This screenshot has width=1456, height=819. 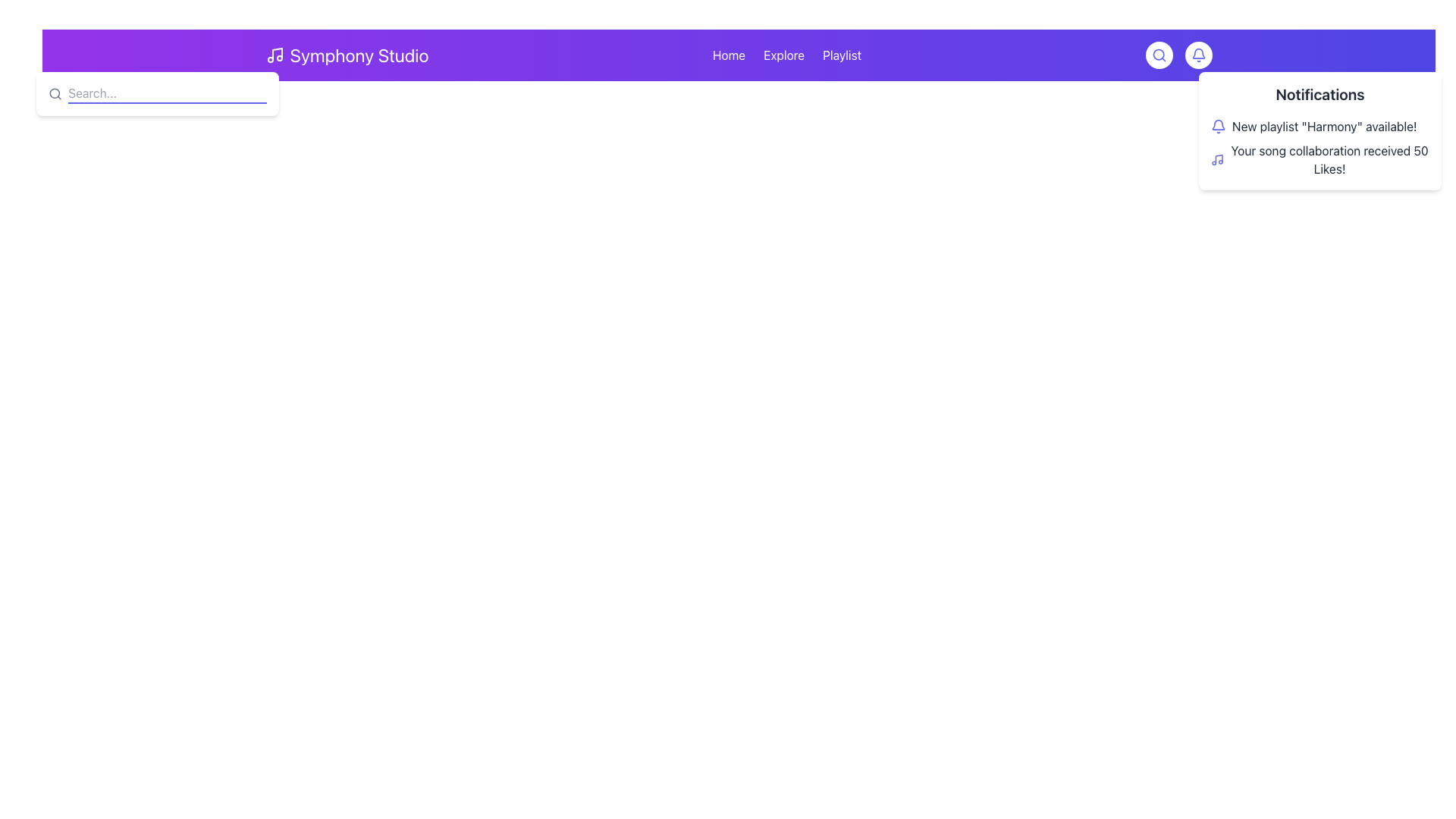 What do you see at coordinates (729, 55) in the screenshot?
I see `the 'Home' navigation button in the top right horizontal navigation bar` at bounding box center [729, 55].